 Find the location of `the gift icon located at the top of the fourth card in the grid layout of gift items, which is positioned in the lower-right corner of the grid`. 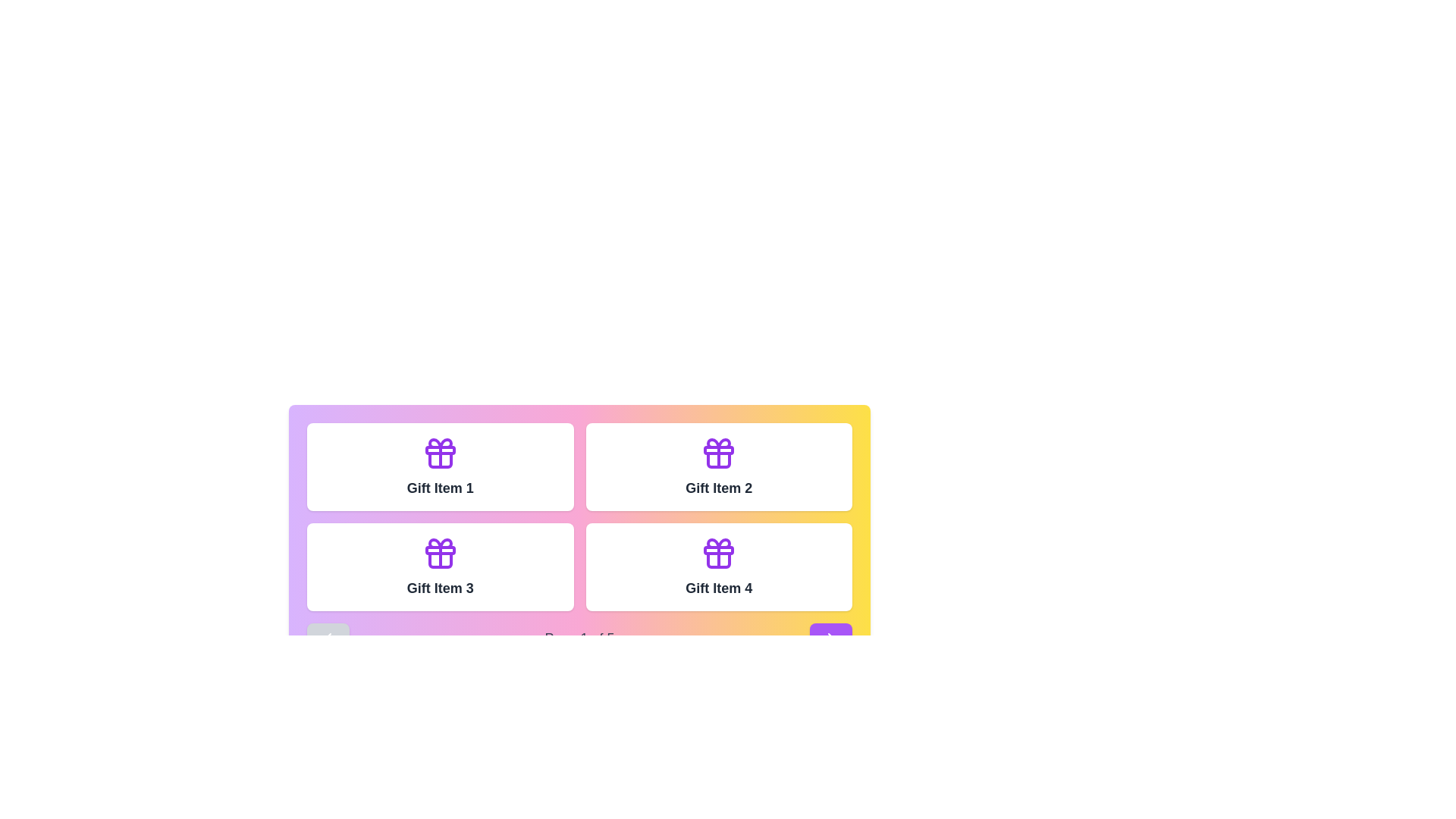

the gift icon located at the top of the fourth card in the grid layout of gift items, which is positioned in the lower-right corner of the grid is located at coordinates (718, 553).